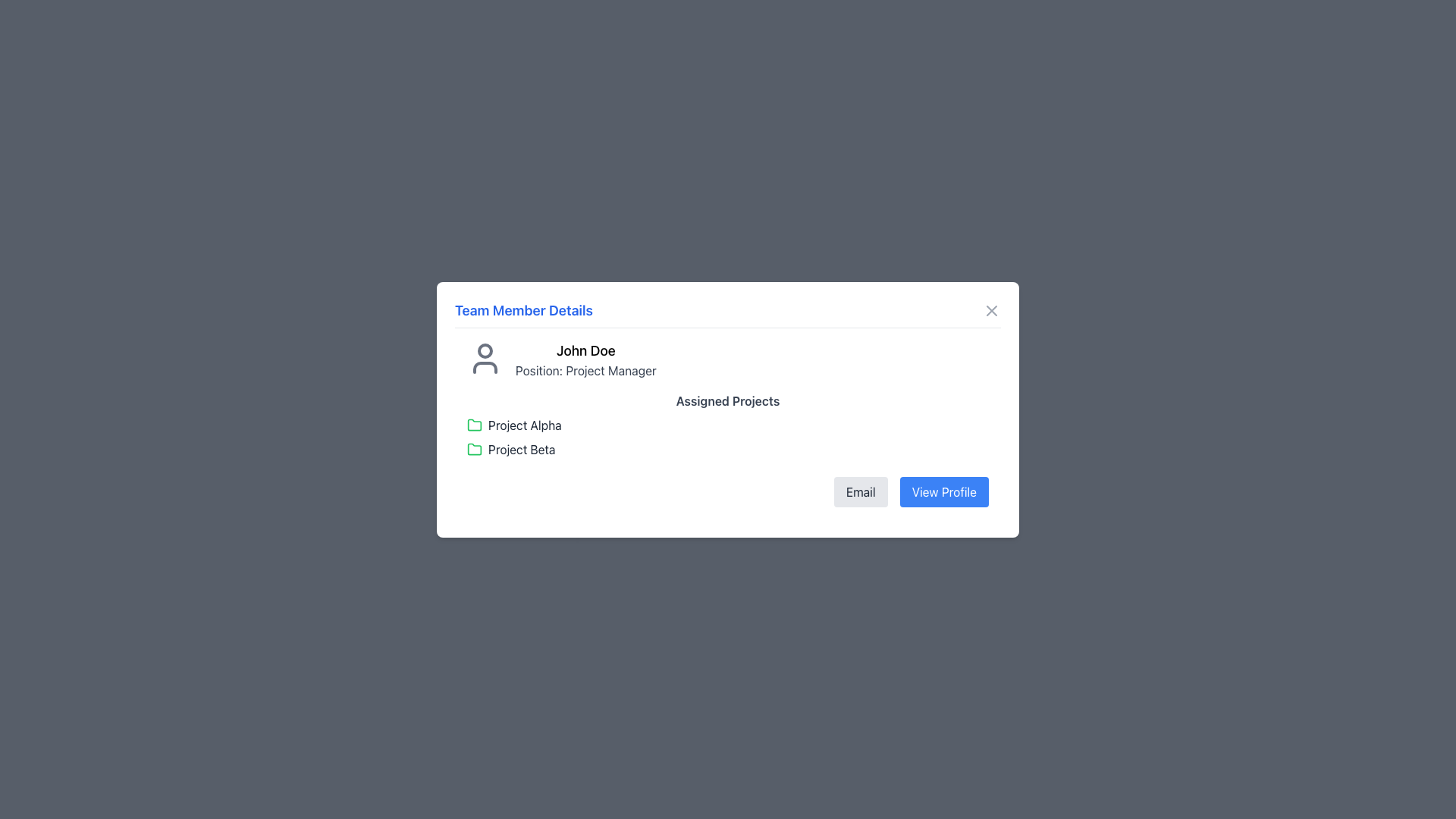 This screenshot has width=1456, height=819. What do you see at coordinates (861, 491) in the screenshot?
I see `the 'Email' button with a light gray background and dark gray text in the 'Team Member Details' dialog box to activate the hover state` at bounding box center [861, 491].